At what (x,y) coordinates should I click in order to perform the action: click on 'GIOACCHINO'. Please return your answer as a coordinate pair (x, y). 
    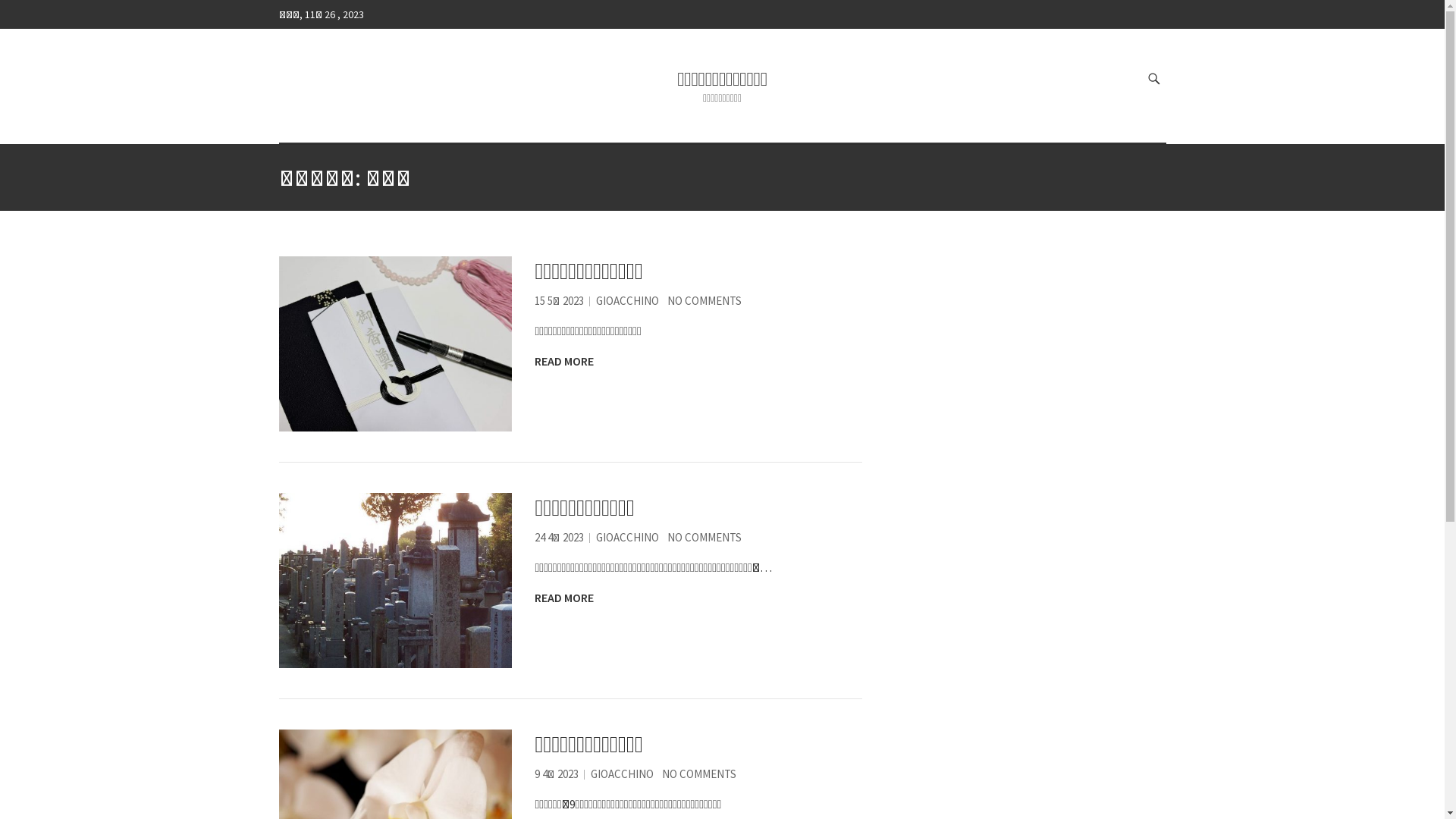
    Looking at the image, I should click on (622, 773).